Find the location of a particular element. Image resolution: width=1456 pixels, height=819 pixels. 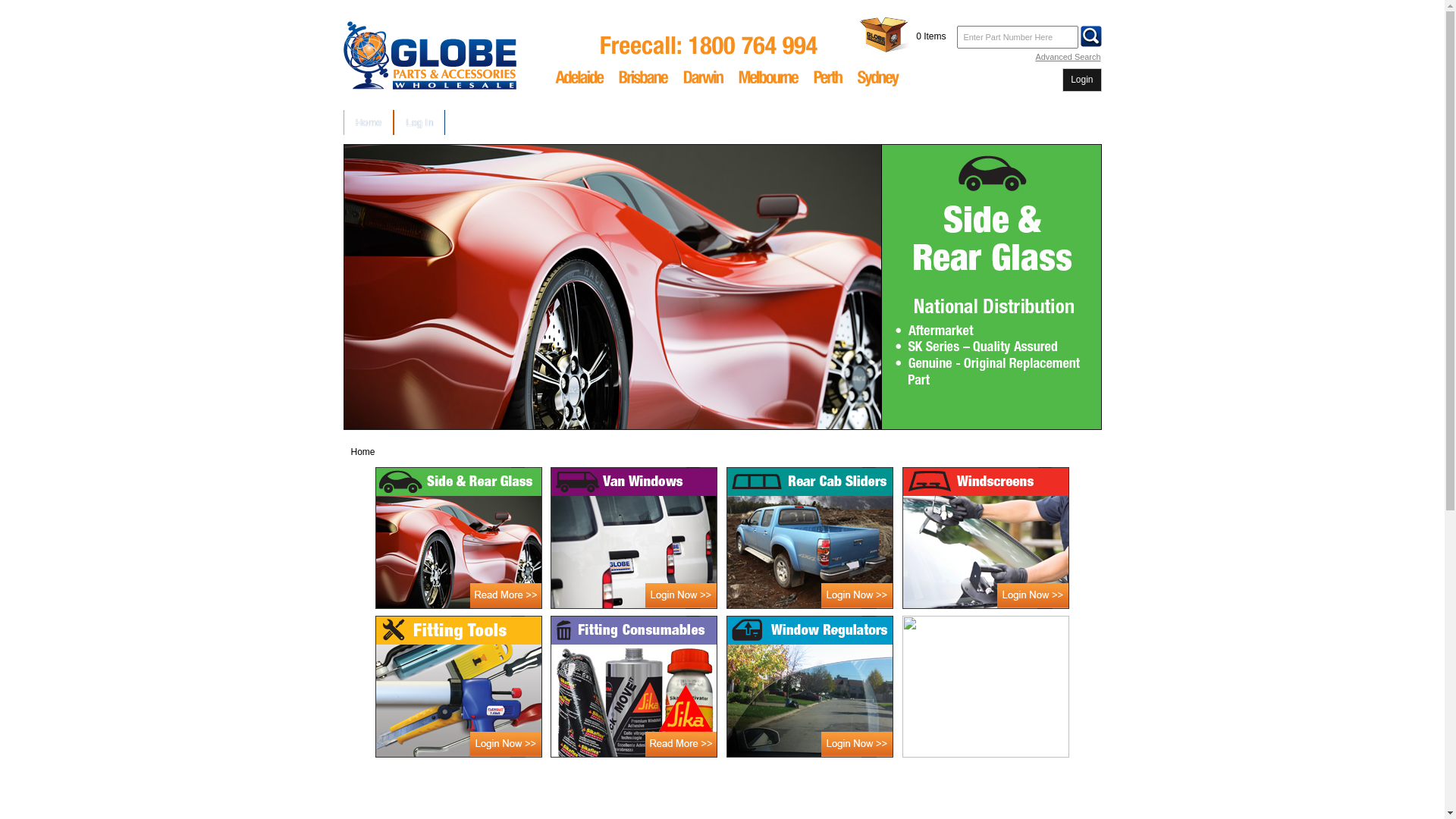

'Advanced Search' is located at coordinates (1066, 55).